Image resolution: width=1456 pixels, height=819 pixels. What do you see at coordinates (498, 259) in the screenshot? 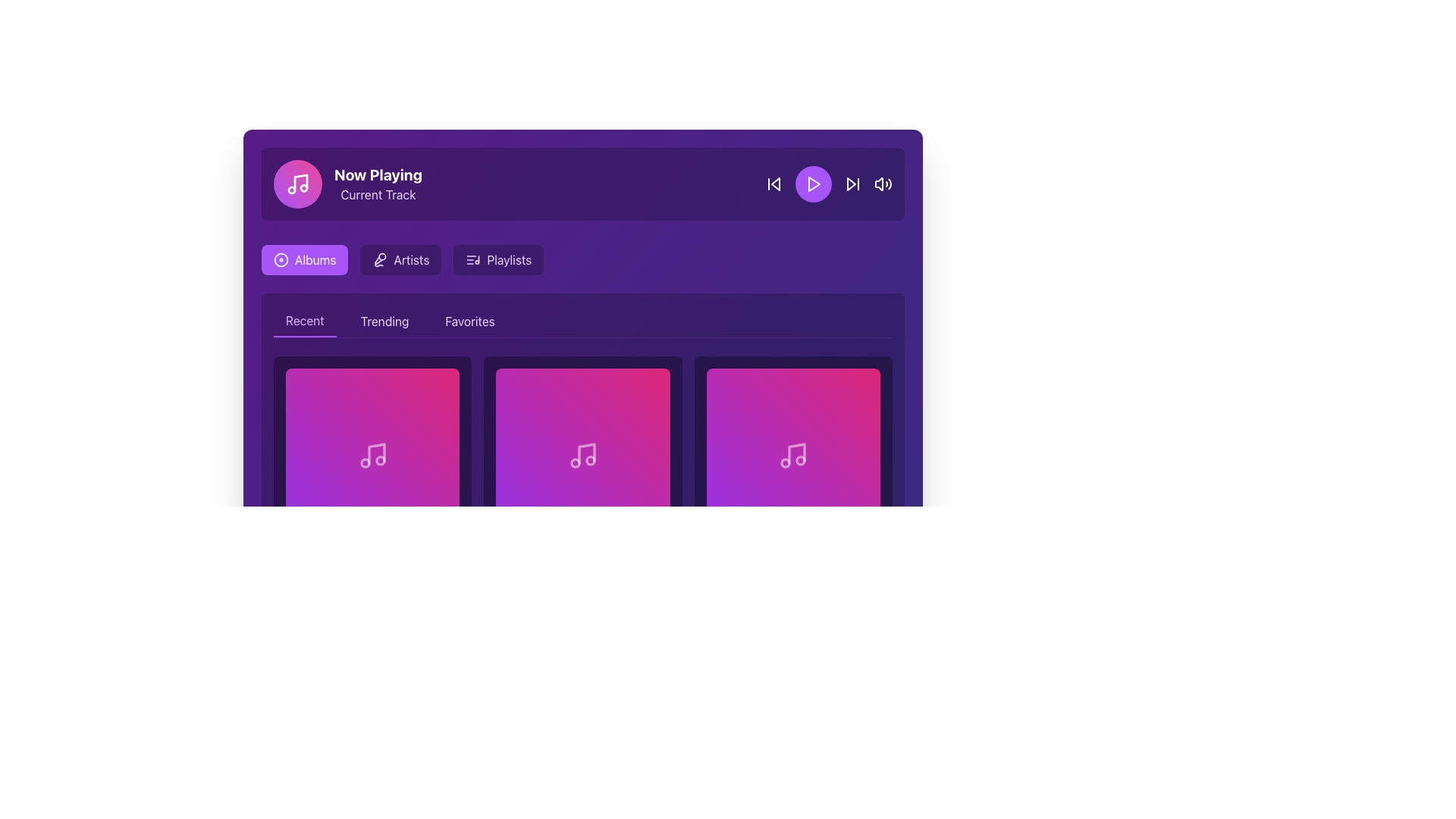
I see `the 'Playlists' button, which is a rectangular button with rounded corners and light purple text, located in the header section` at bounding box center [498, 259].